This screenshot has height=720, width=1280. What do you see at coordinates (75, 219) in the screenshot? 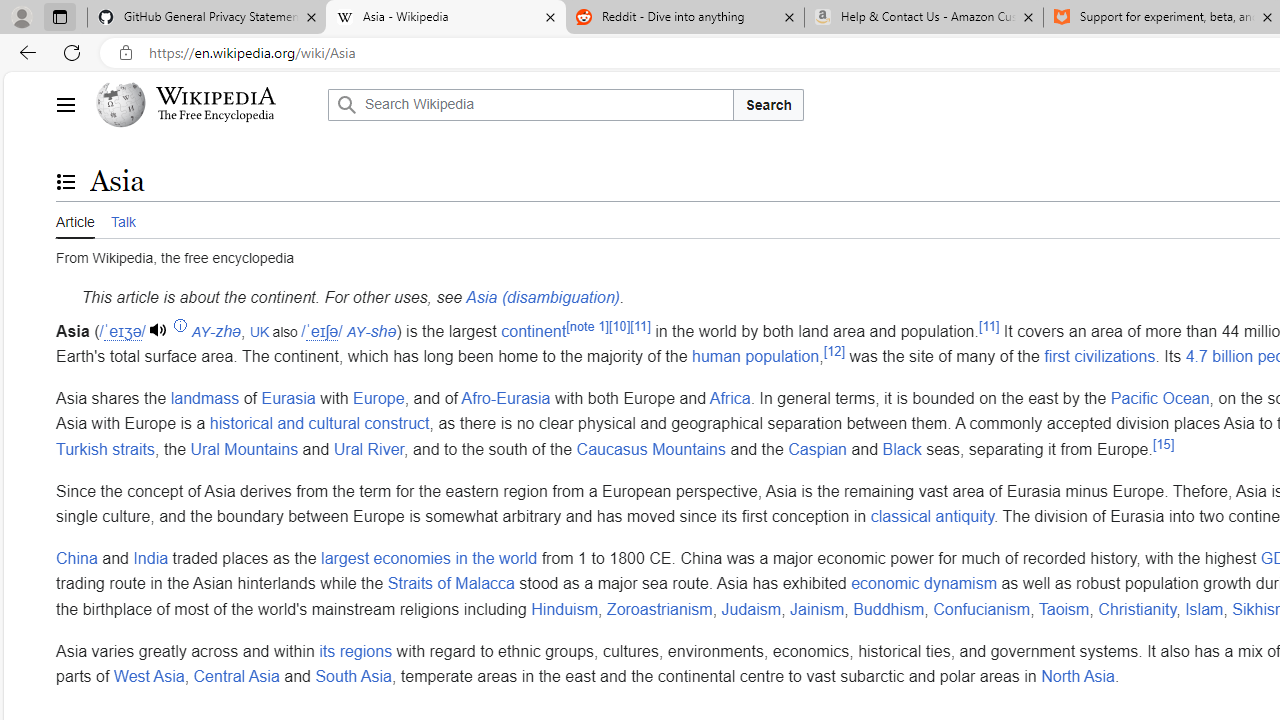
I see `'Article'` at bounding box center [75, 219].